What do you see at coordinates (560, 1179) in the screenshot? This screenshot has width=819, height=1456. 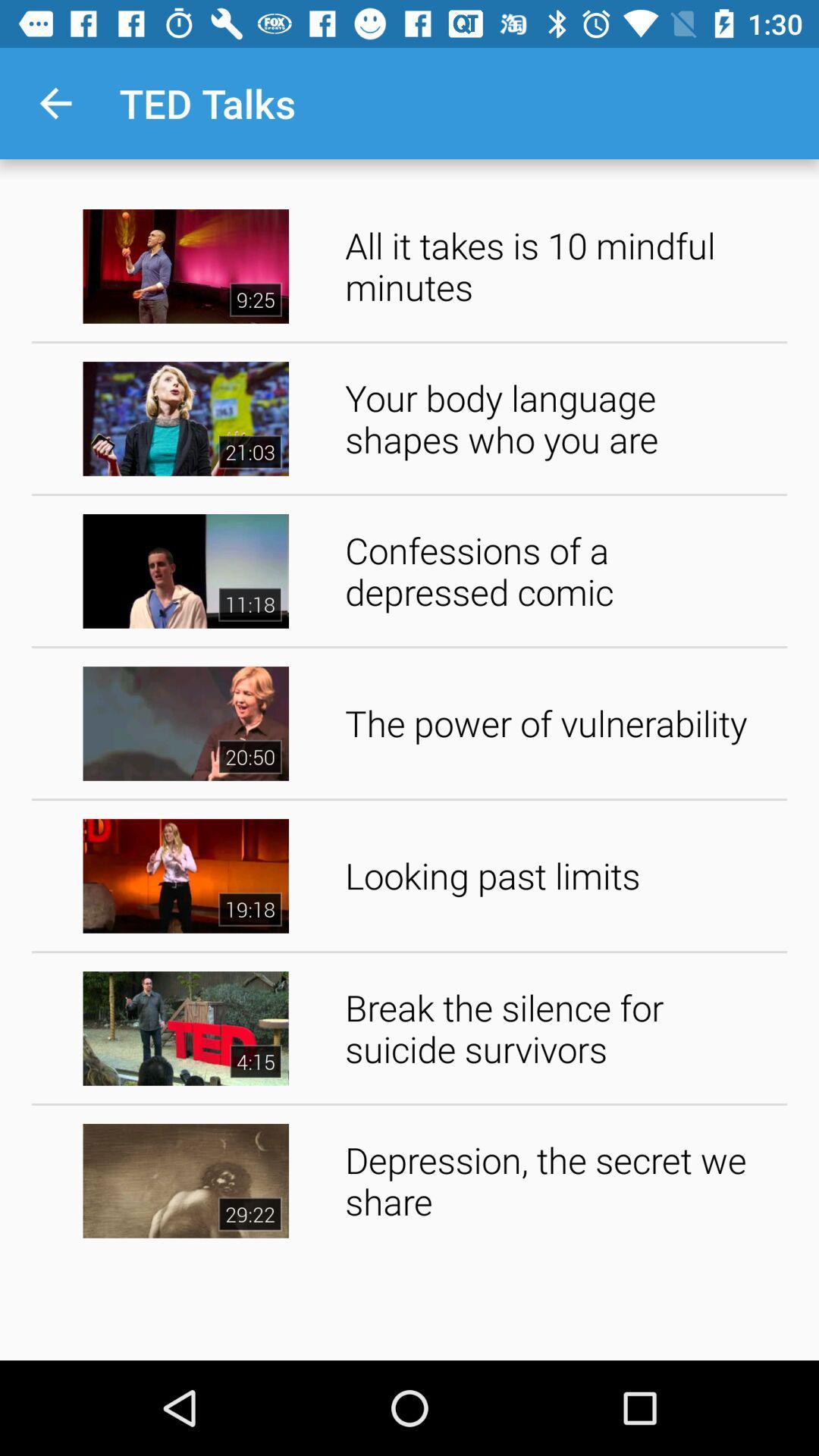 I see `the depression the secret icon` at bounding box center [560, 1179].